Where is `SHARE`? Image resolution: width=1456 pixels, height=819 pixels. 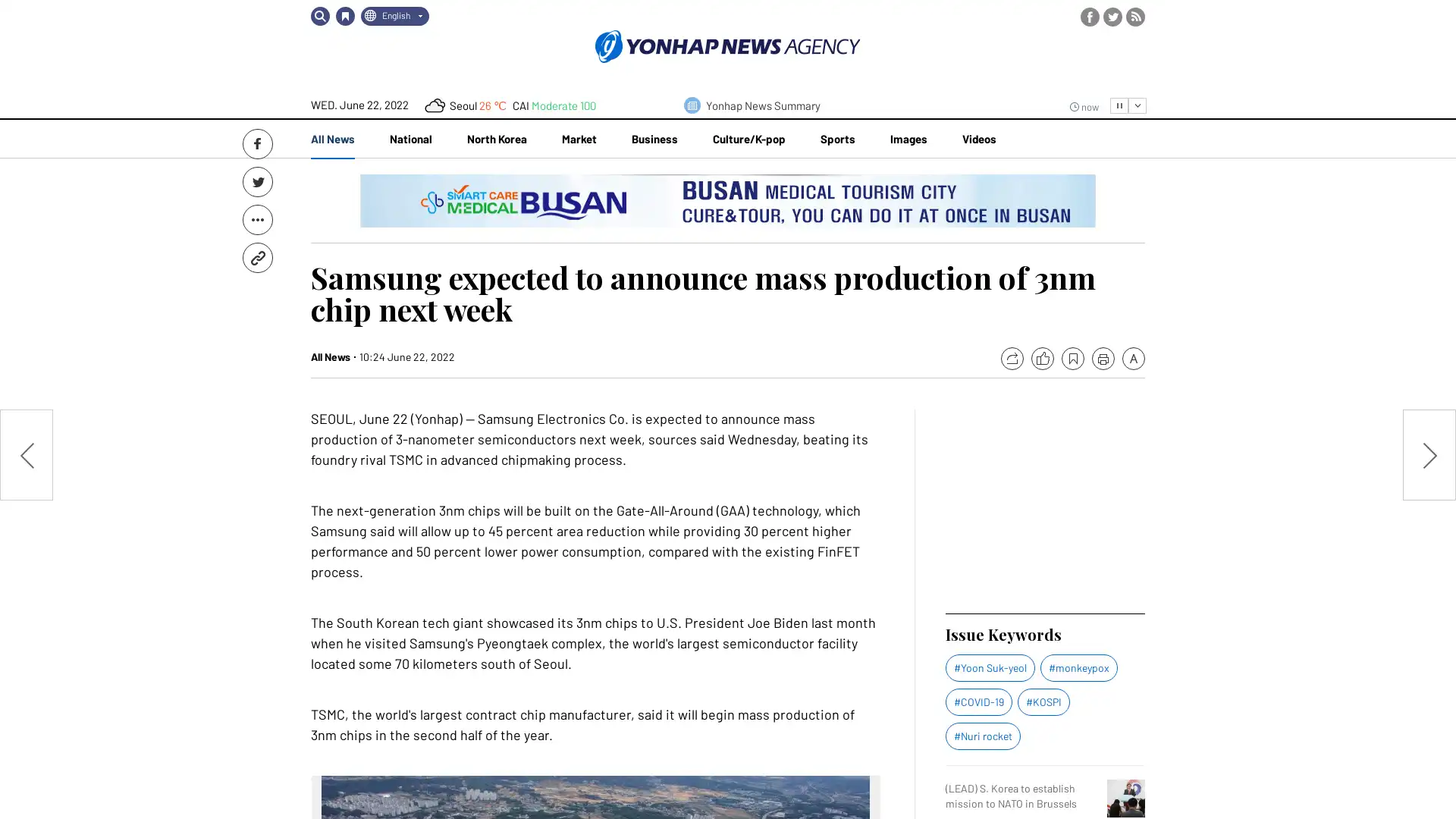 SHARE is located at coordinates (1012, 359).